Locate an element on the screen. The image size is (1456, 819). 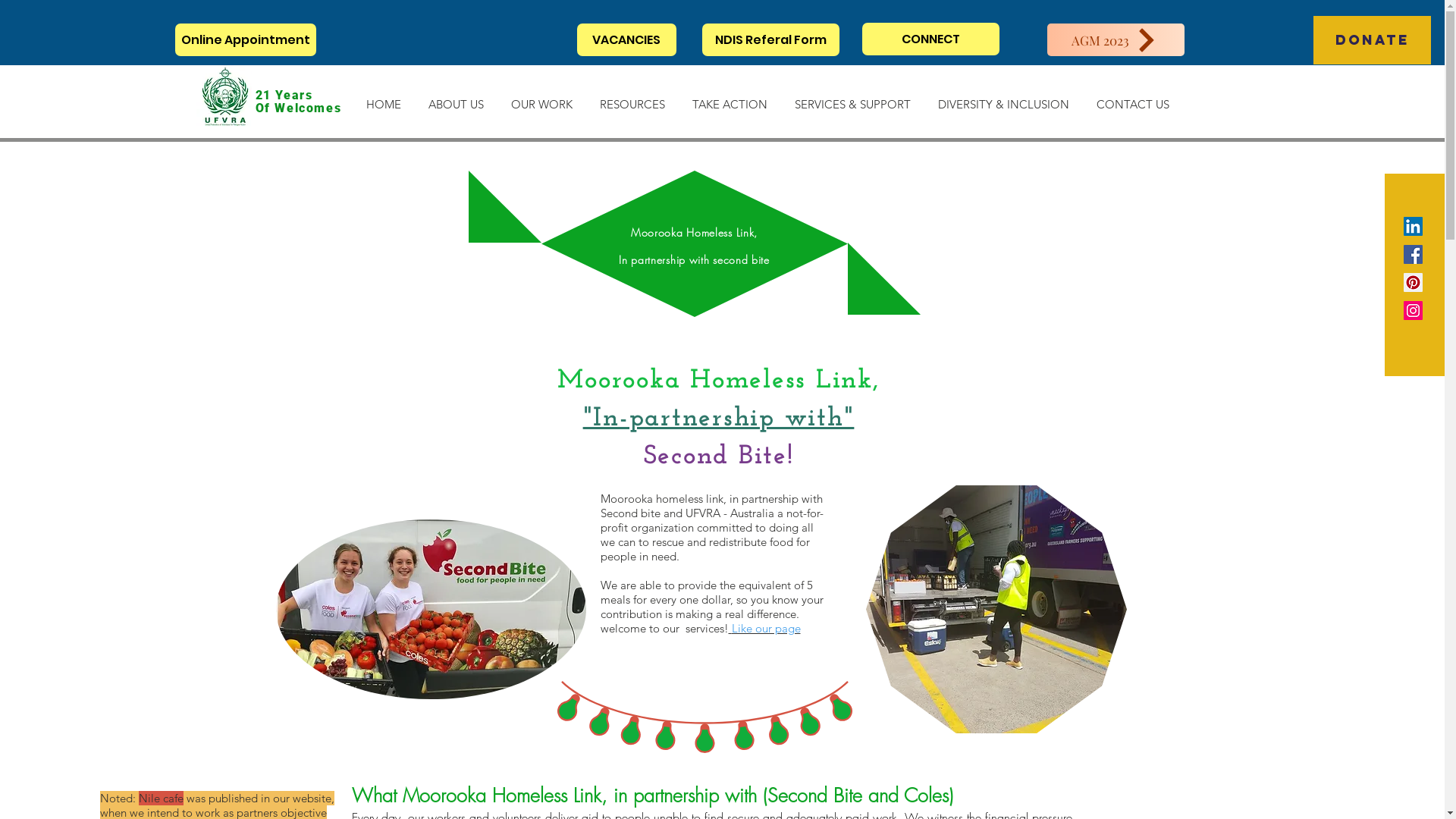
'ABOUT US' is located at coordinates (454, 97).